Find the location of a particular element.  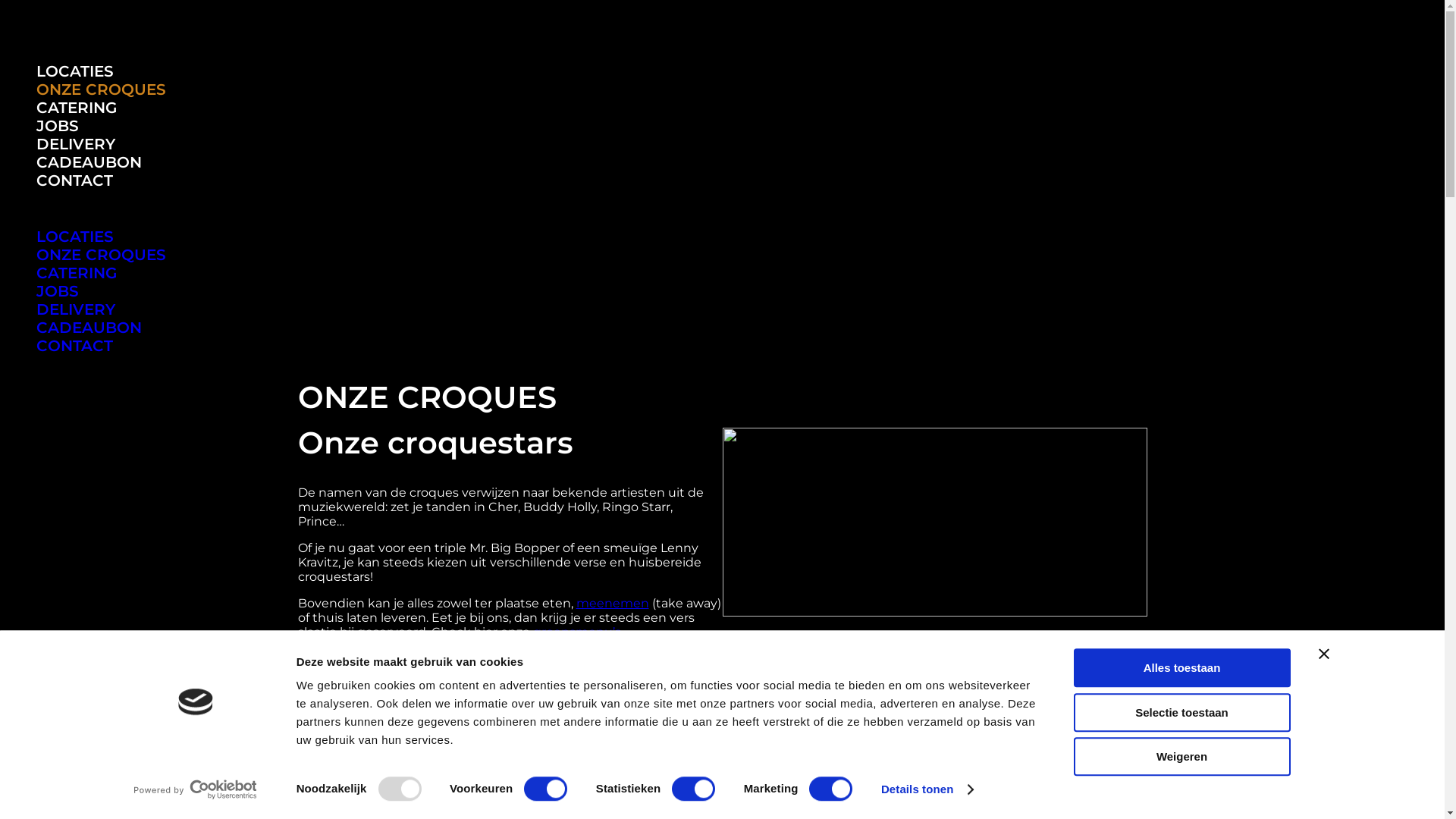

'Weigeren' is located at coordinates (1181, 756).